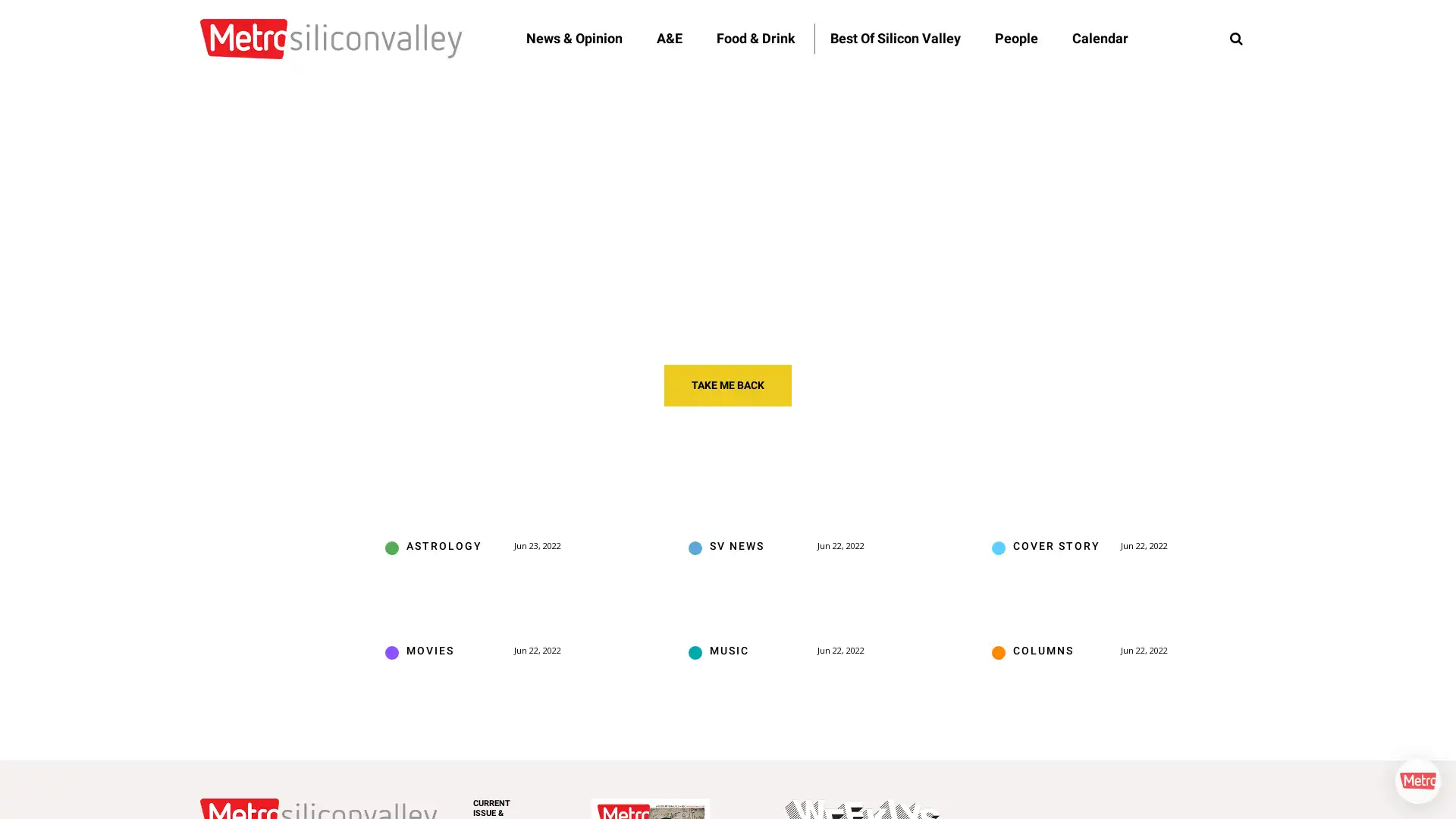  Describe the element at coordinates (1236, 38) in the screenshot. I see `Search` at that location.